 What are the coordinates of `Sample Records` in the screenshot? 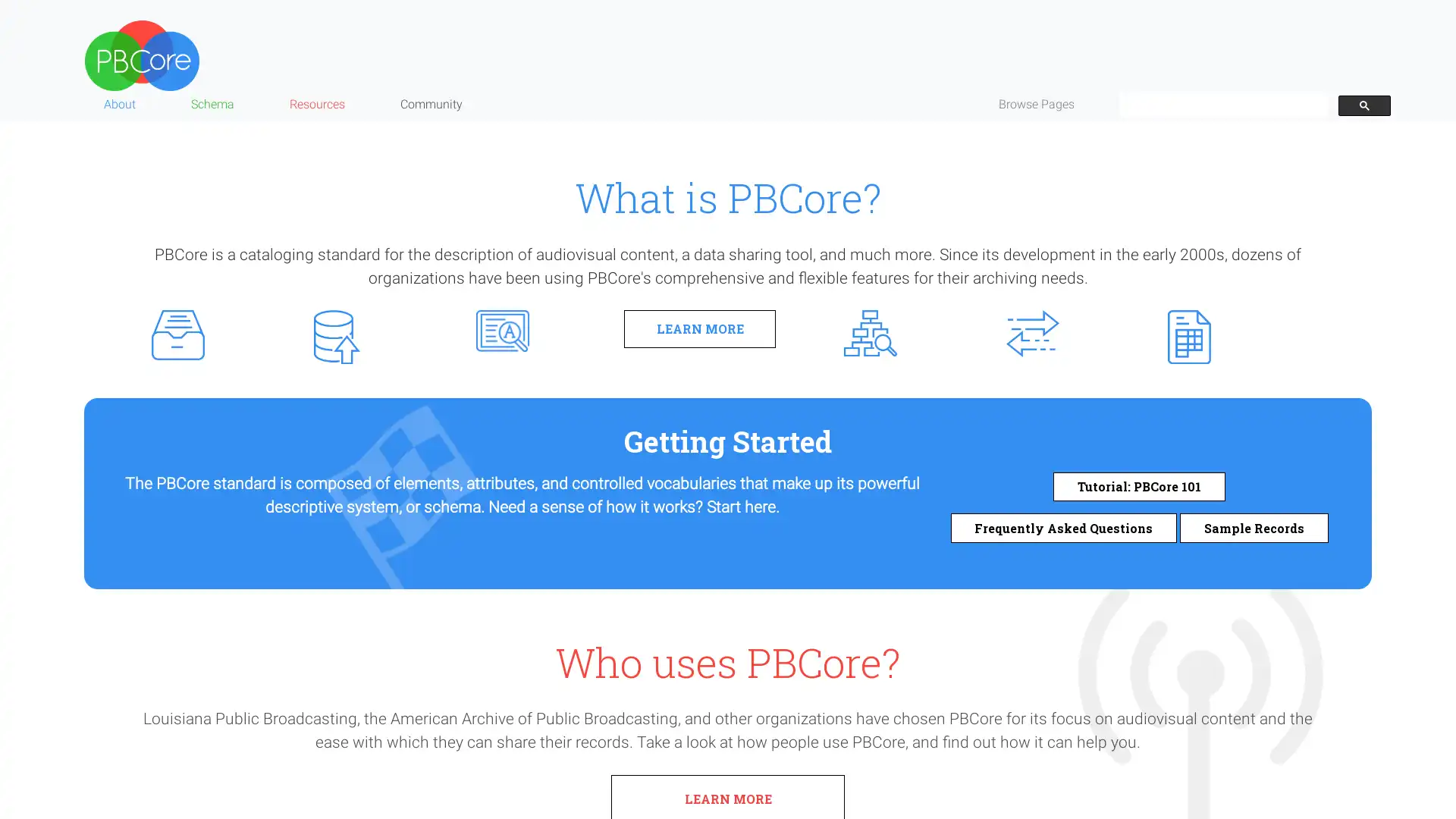 It's located at (1254, 526).